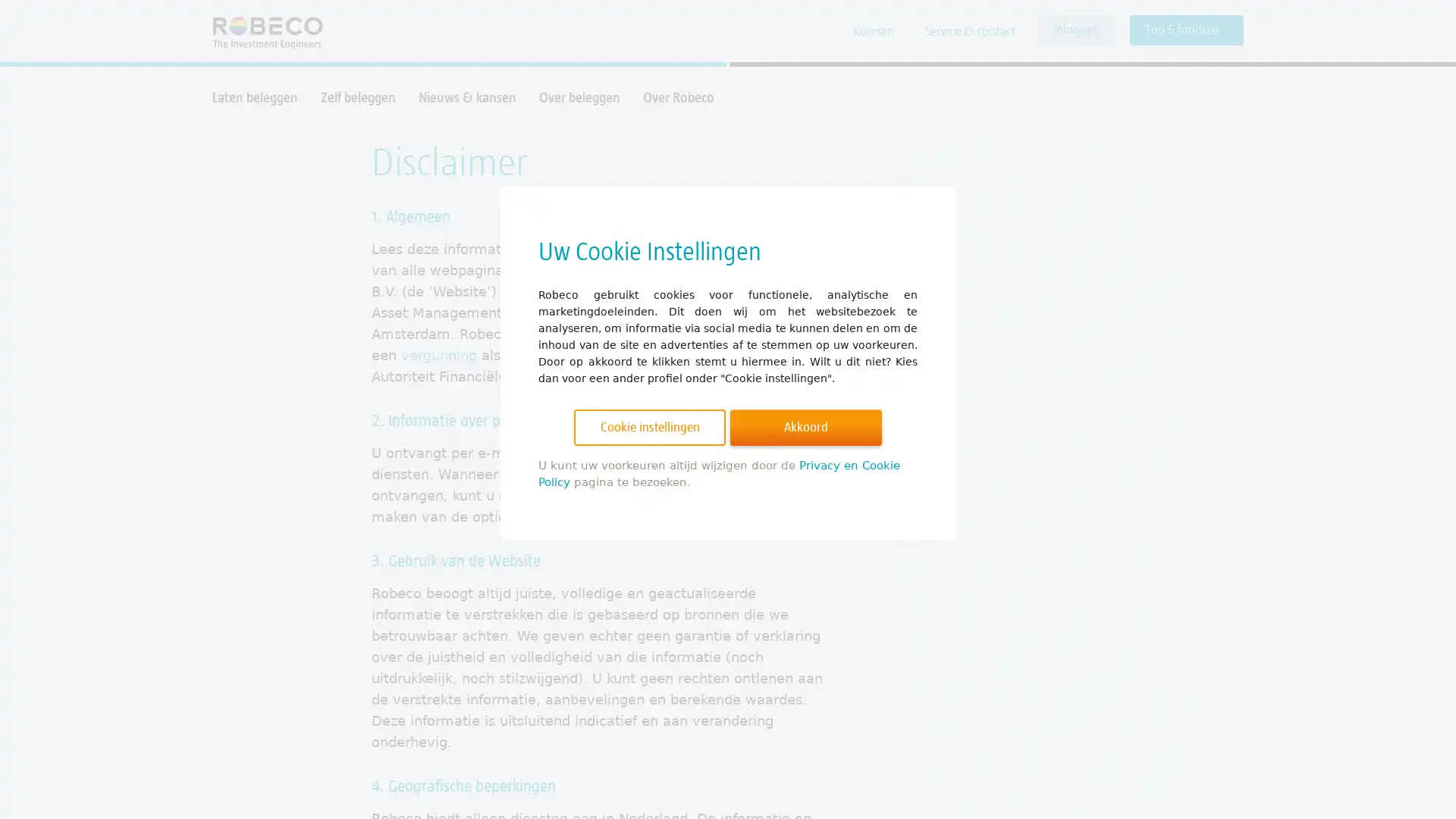 Image resolution: width=1456 pixels, height=819 pixels. What do you see at coordinates (357, 97) in the screenshot?
I see `Zelf beleggen` at bounding box center [357, 97].